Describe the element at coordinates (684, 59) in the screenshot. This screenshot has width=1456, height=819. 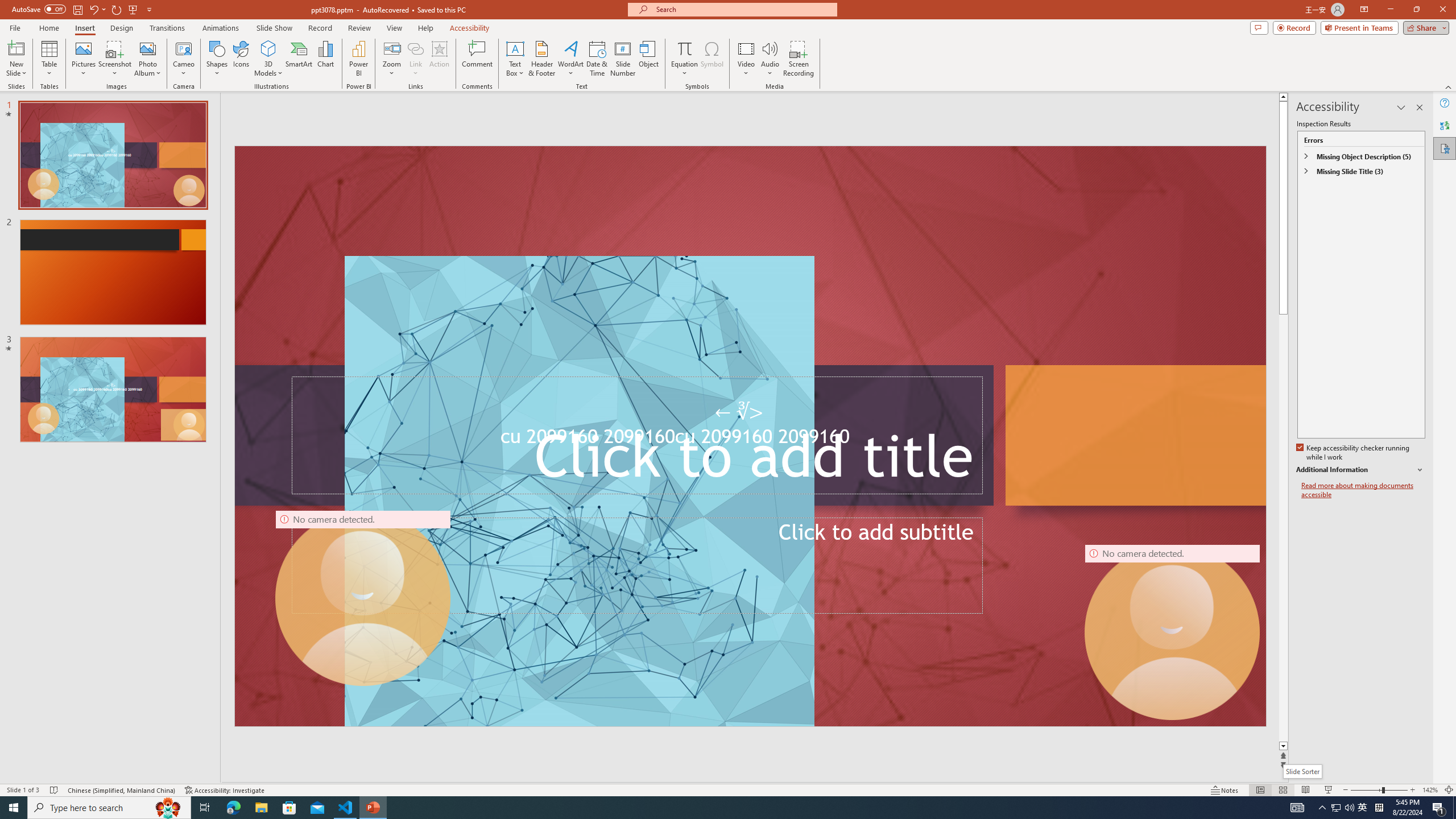
I see `'Equation'` at that location.